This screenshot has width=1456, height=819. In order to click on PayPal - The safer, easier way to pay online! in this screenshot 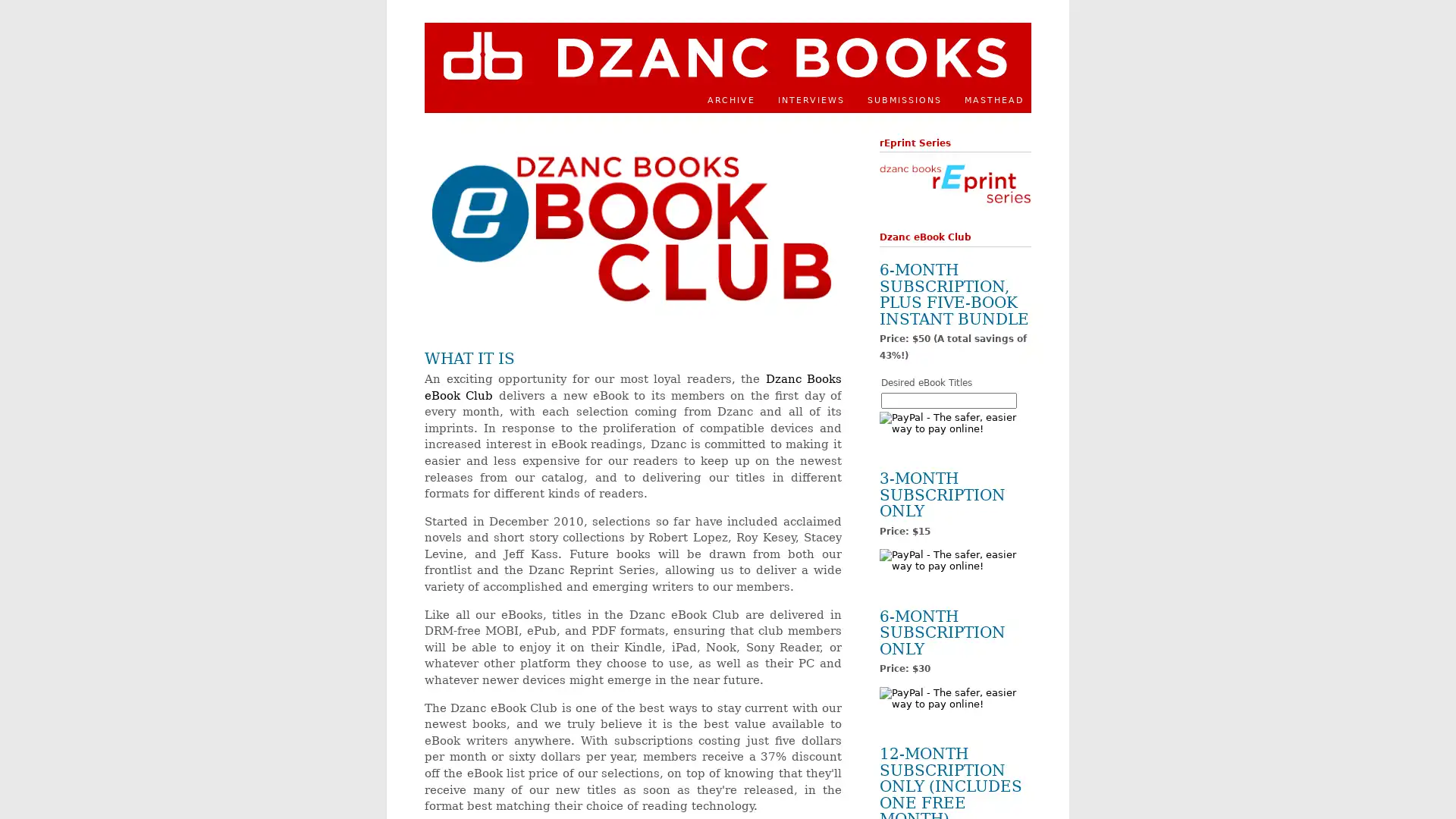, I will do `click(954, 560)`.